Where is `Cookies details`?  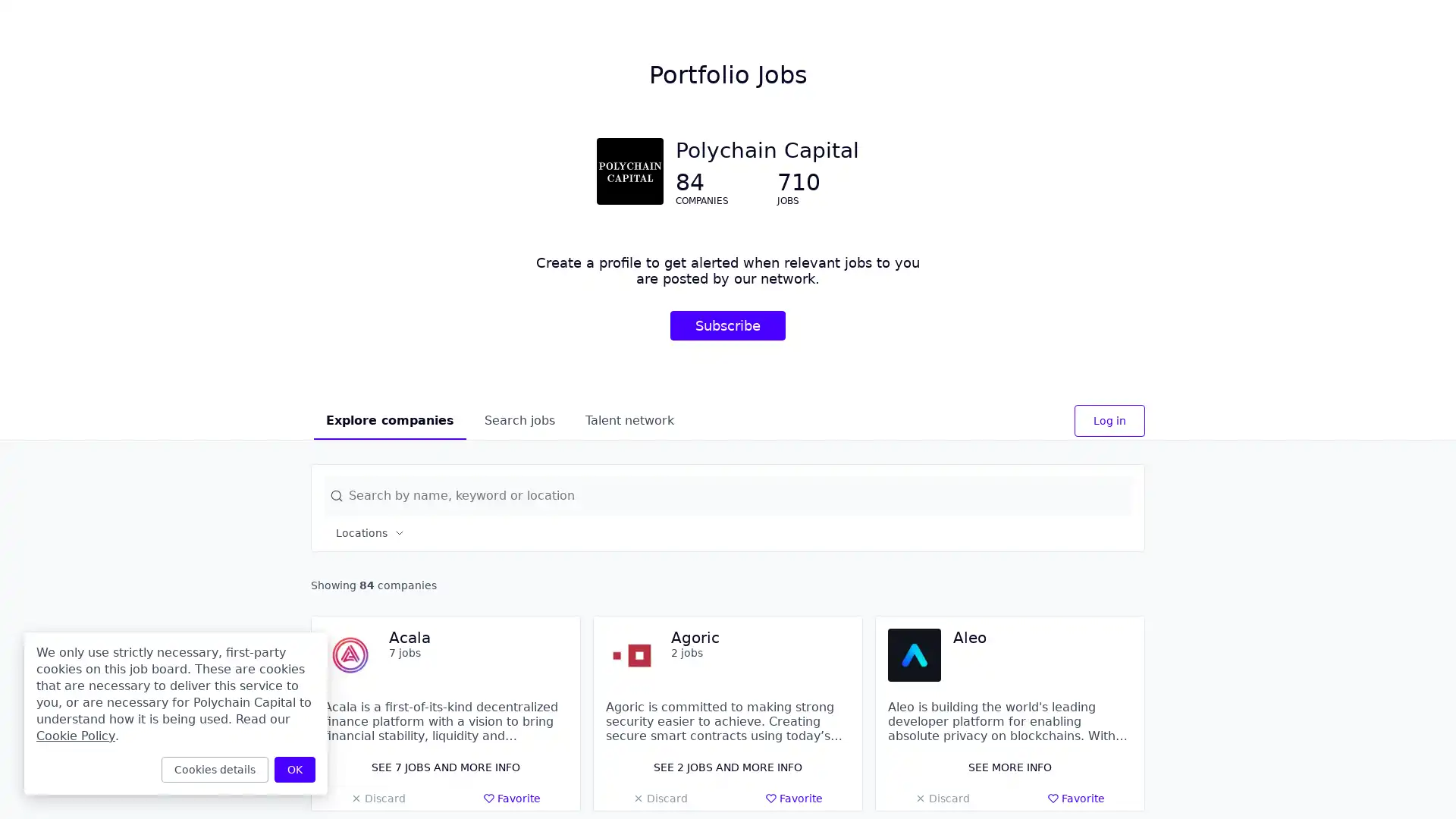
Cookies details is located at coordinates (214, 769).